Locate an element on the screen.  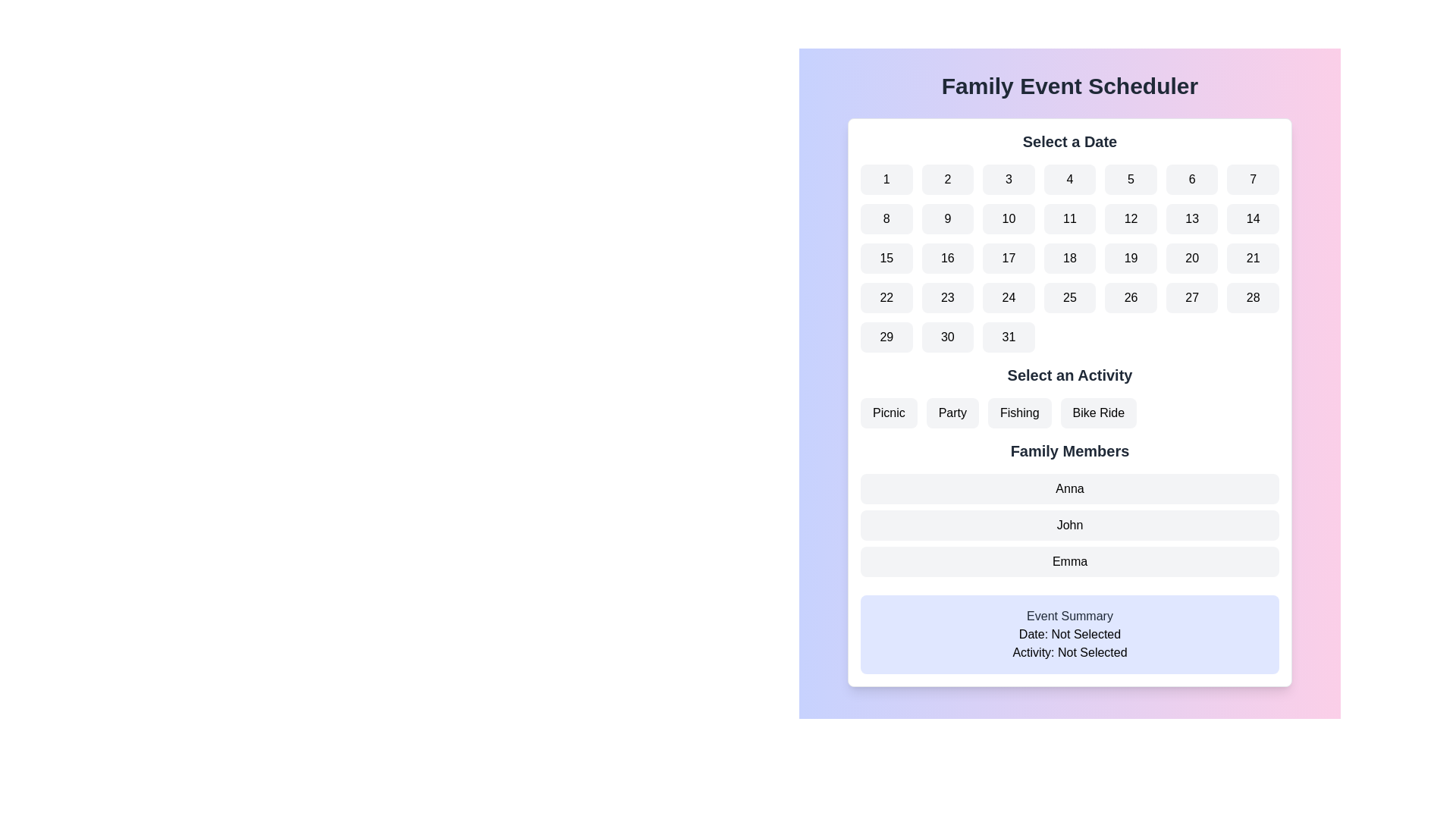
the text label displaying 'Date: Not Selected' within the 'Event Summary' panel, which is styled with a simple font and located above the 'Activity: Not Selected' text is located at coordinates (1069, 635).